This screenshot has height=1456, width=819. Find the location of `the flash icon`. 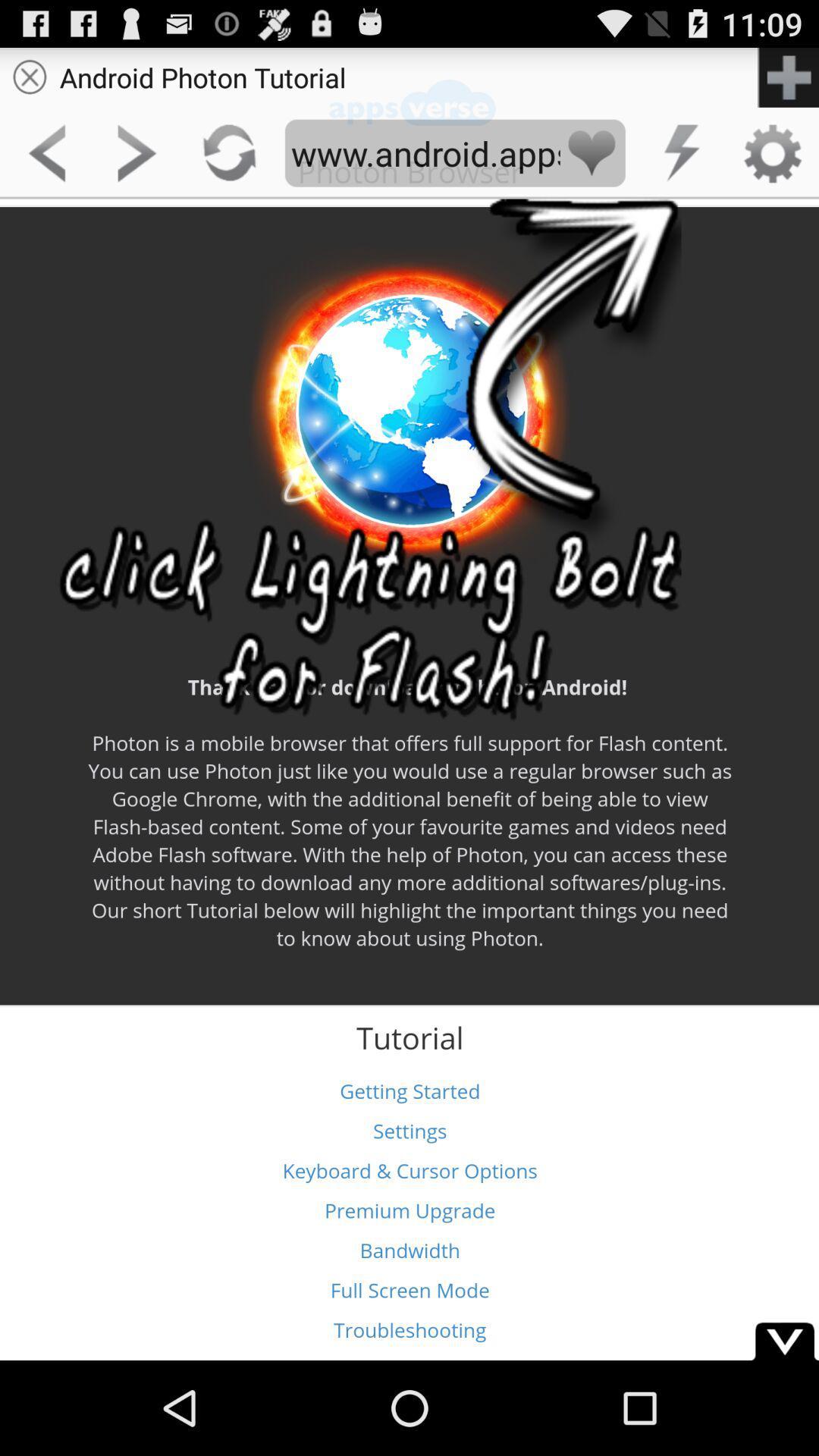

the flash icon is located at coordinates (680, 164).